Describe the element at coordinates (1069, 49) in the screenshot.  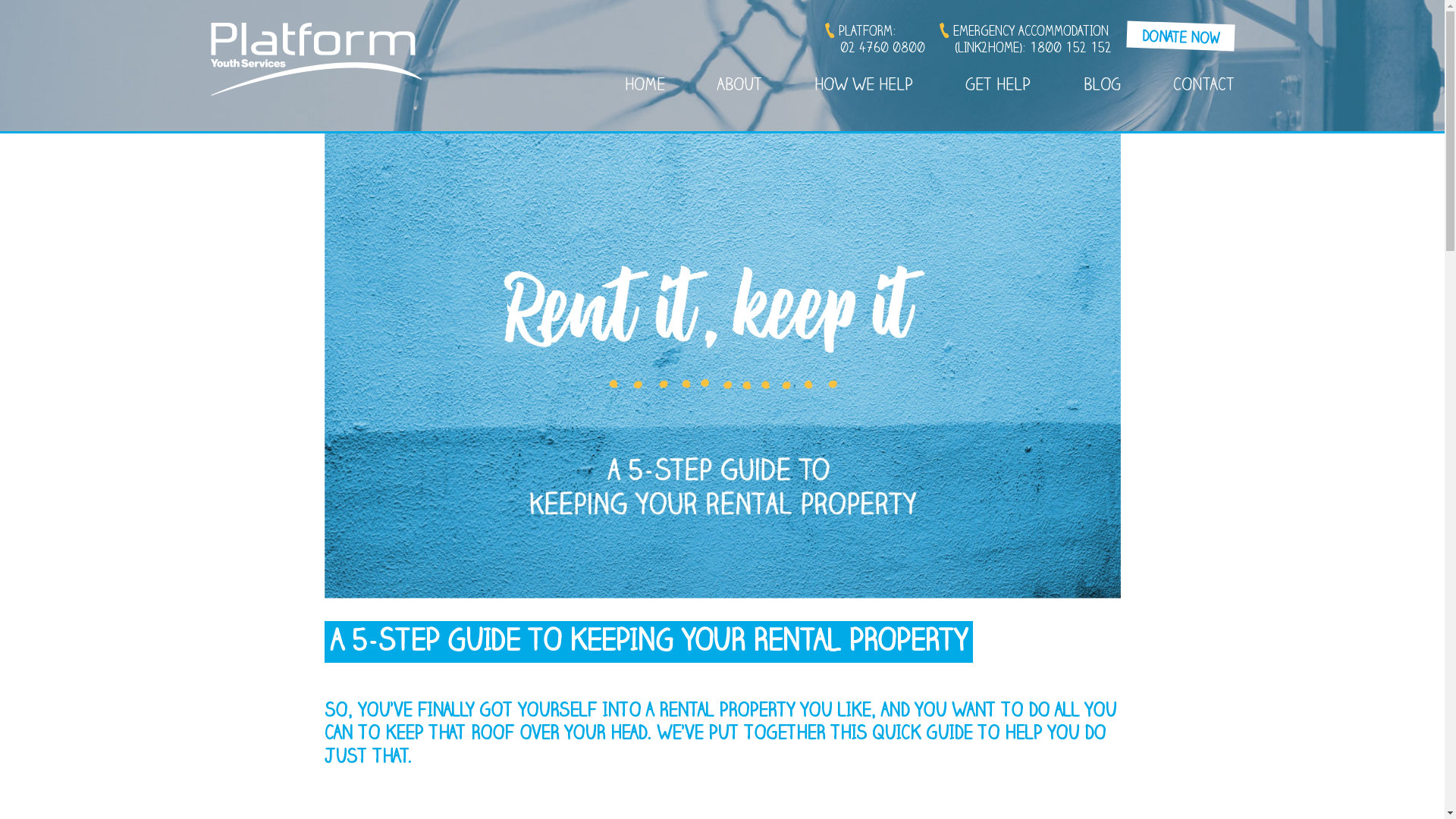
I see `'1800 152 152'` at that location.